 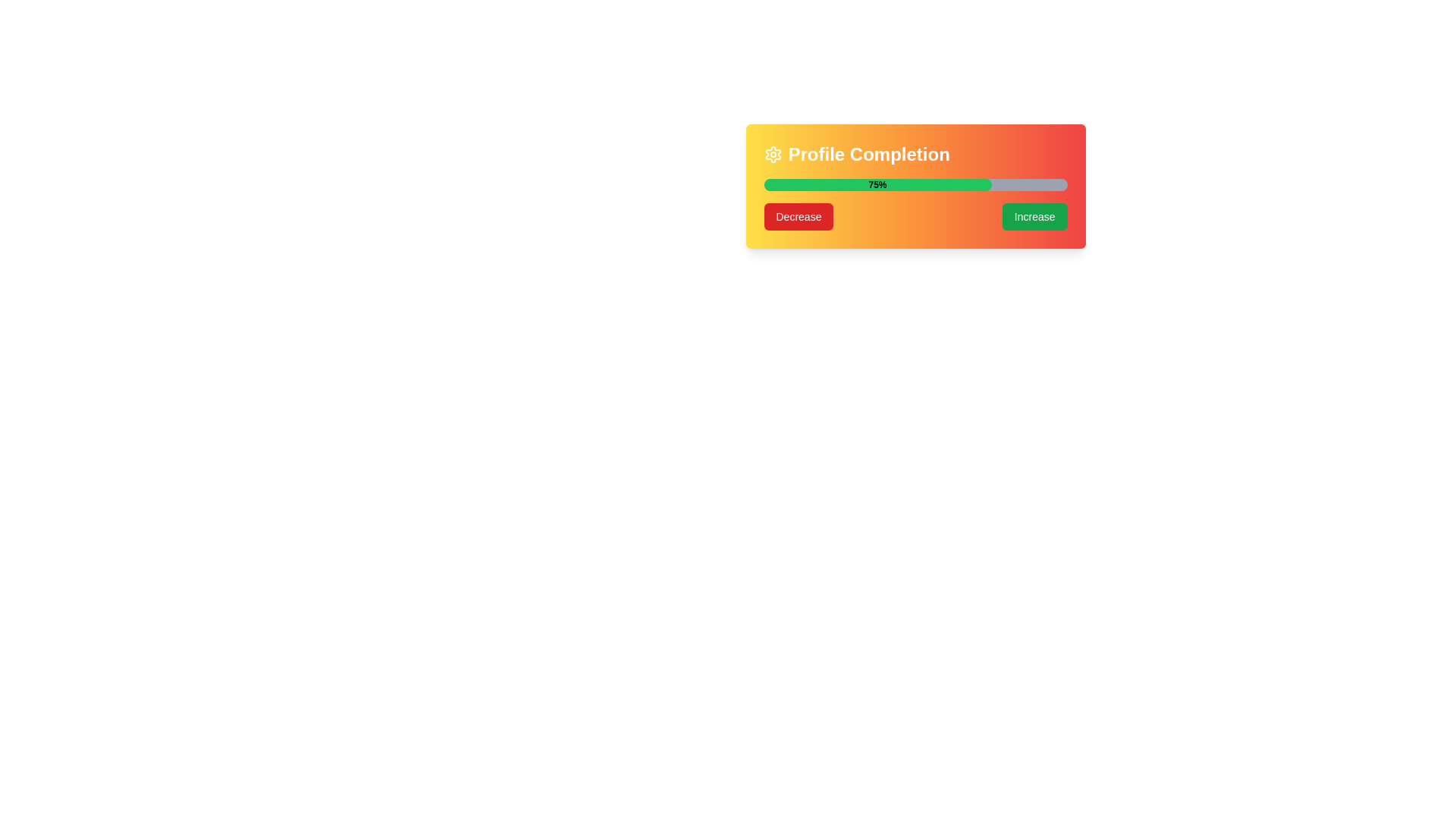 What do you see at coordinates (798, 216) in the screenshot?
I see `the red button labeled 'Decrease'` at bounding box center [798, 216].